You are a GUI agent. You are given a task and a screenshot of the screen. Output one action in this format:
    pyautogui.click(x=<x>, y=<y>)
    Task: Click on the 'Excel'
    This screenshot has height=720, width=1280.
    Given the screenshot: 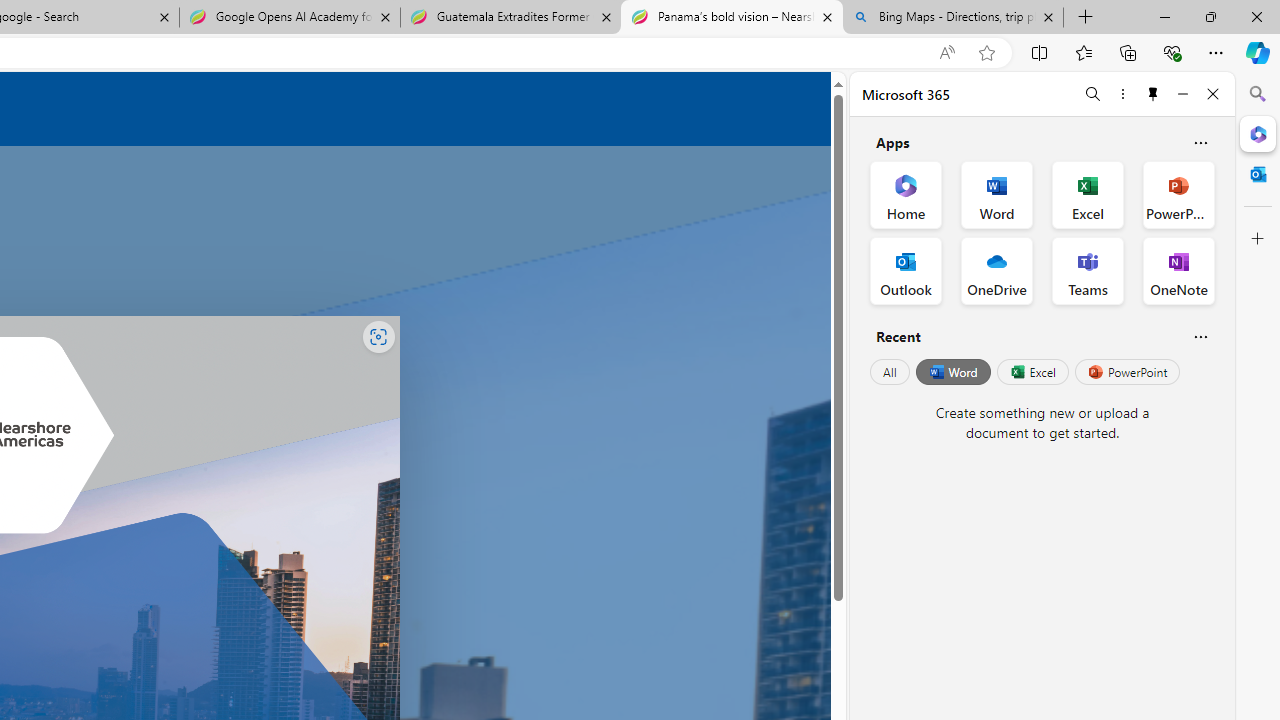 What is the action you would take?
    pyautogui.click(x=1032, y=372)
    